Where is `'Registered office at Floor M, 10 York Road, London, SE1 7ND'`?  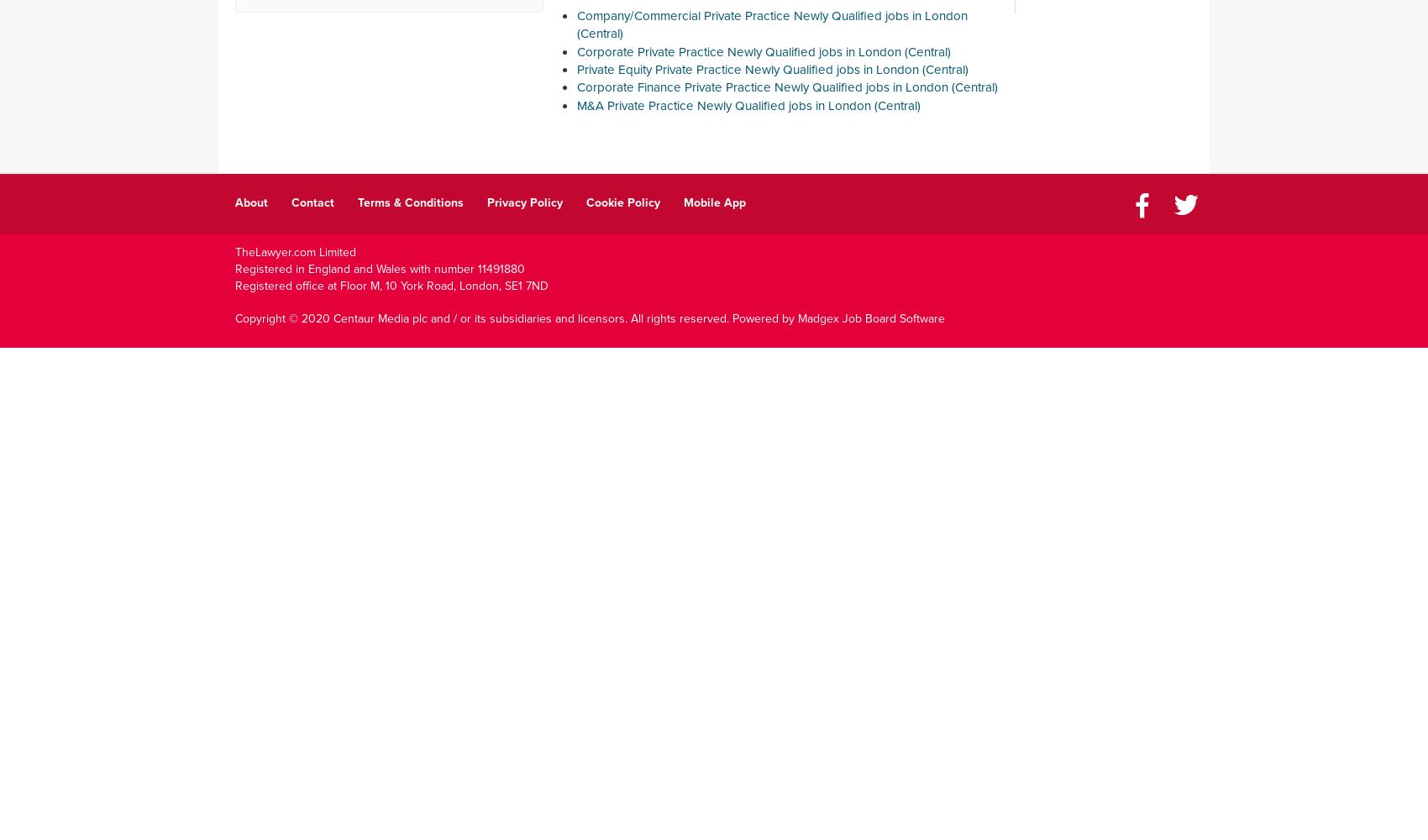
'Registered office at Floor M, 10 York Road, London, SE1 7ND' is located at coordinates (391, 284).